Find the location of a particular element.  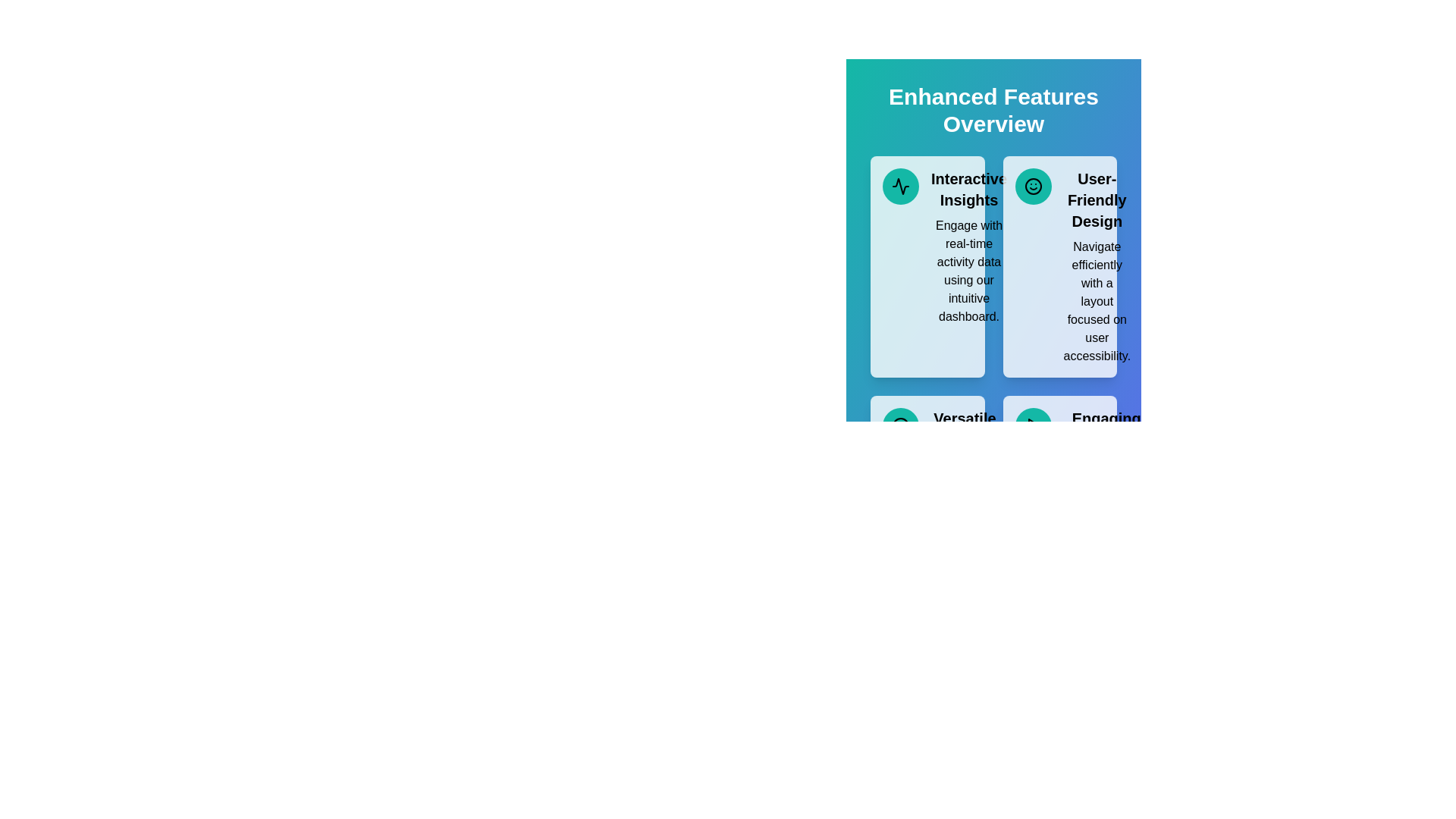

the text label displaying 'Versatile Elements' in bold, large font, which is located at the top of its card component in the lower left quadrant of the interface is located at coordinates (964, 429).